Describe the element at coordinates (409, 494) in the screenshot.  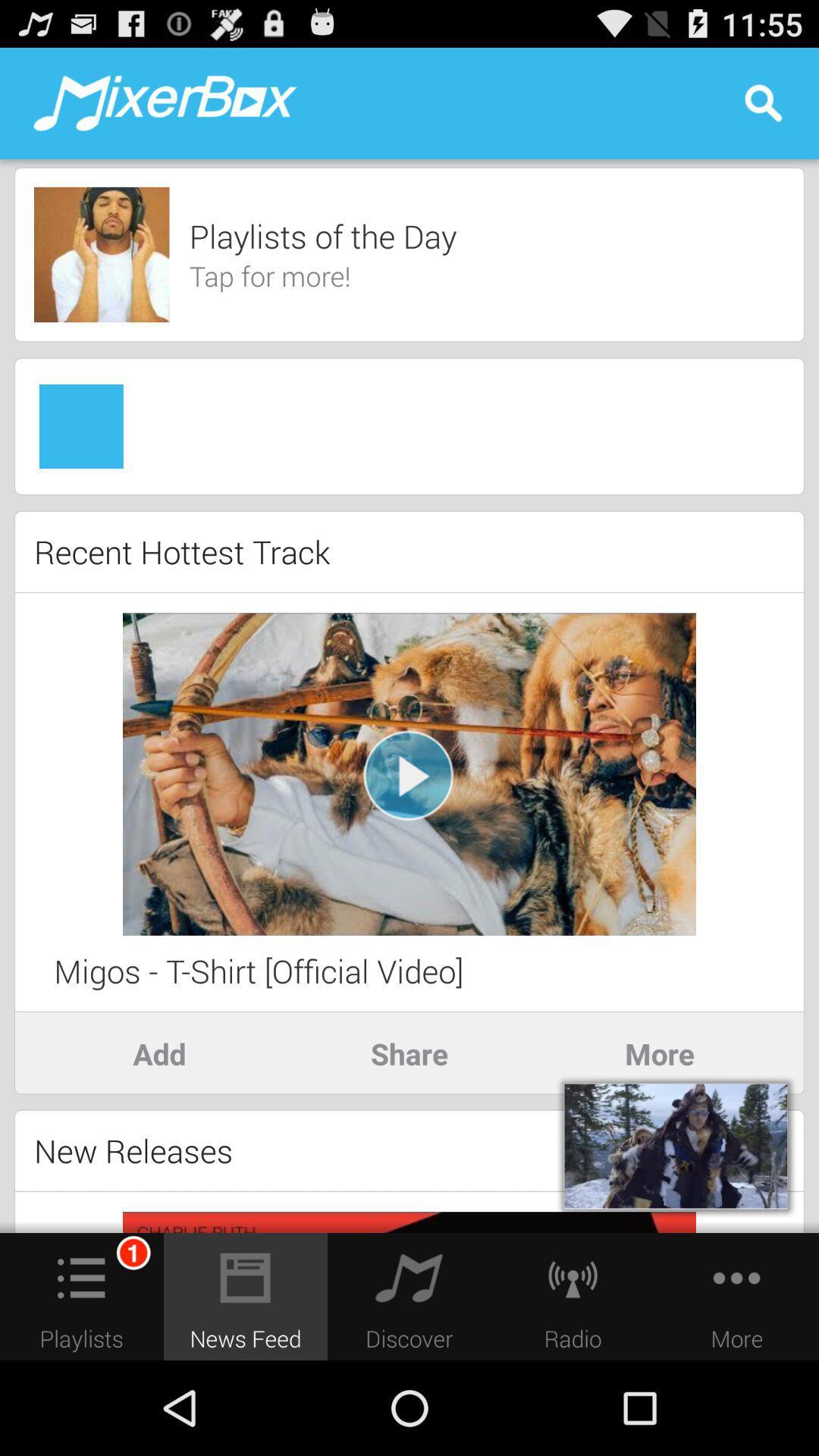
I see `the icon above the recent hottest track item` at that location.